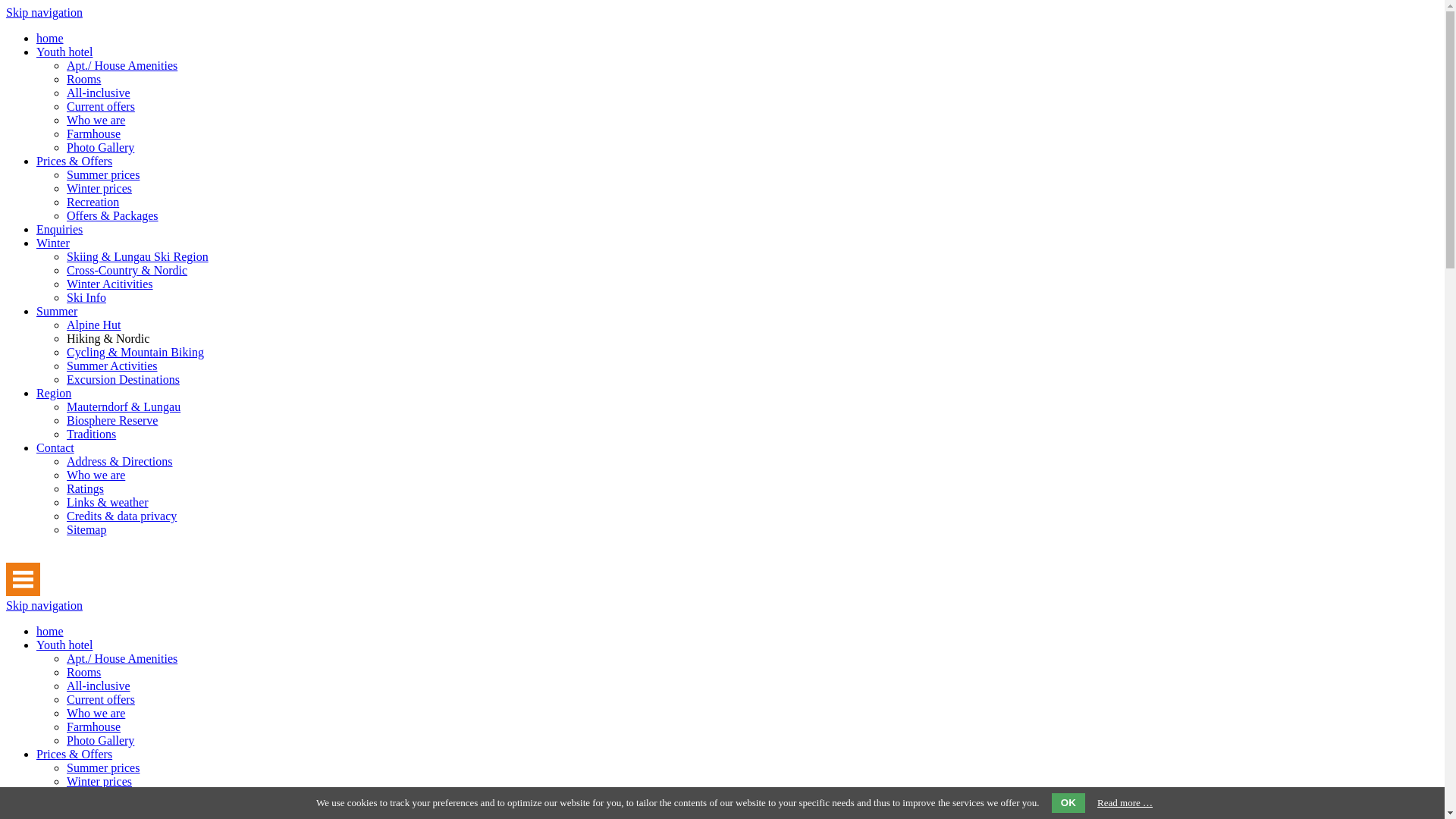  Describe the element at coordinates (65, 699) in the screenshot. I see `'Current offers'` at that location.